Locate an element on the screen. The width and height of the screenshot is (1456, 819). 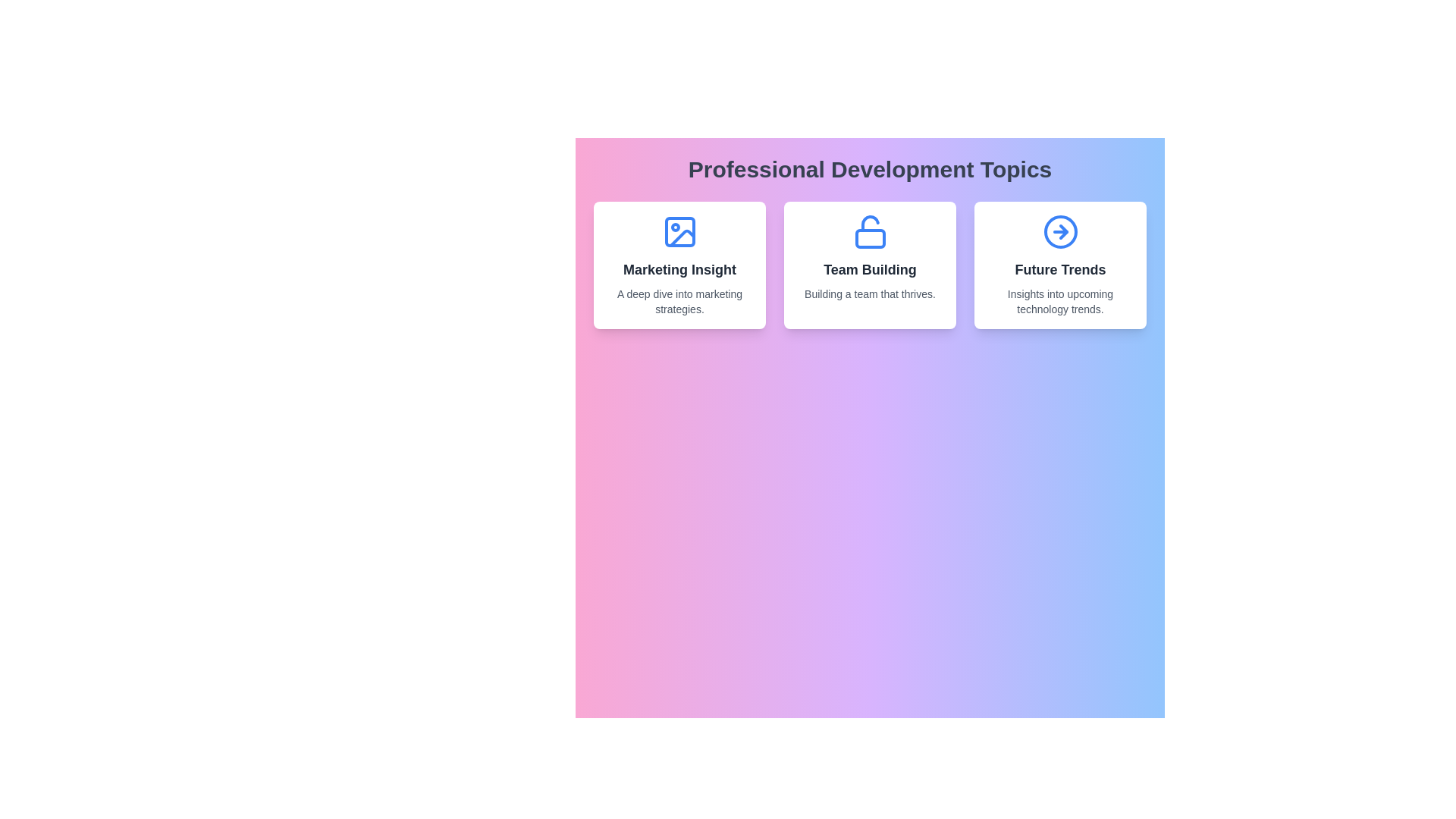
the card representing Marketing Insight is located at coordinates (679, 265).